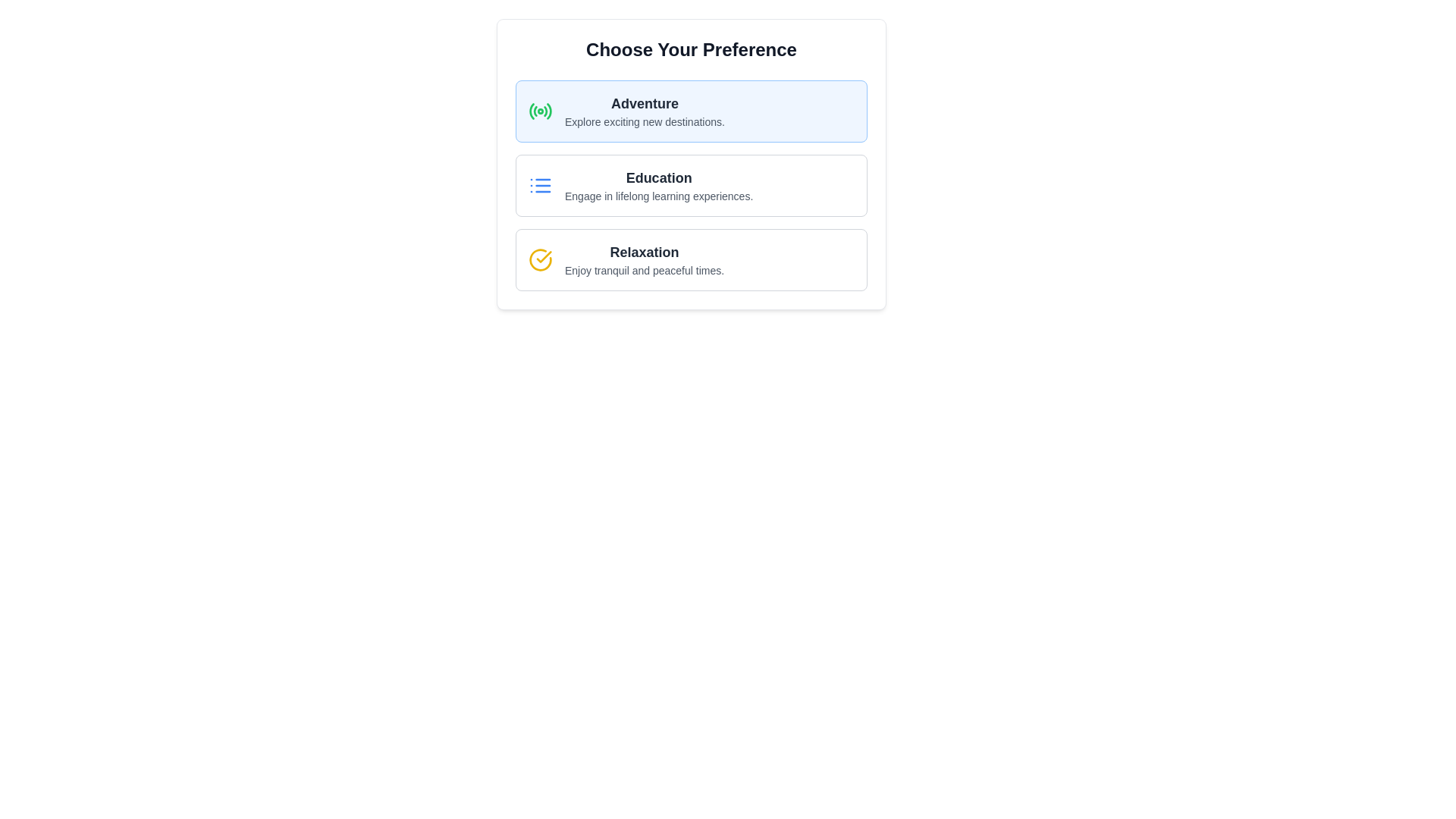 The image size is (1456, 819). What do you see at coordinates (691, 259) in the screenshot?
I see `the 'Relaxation' option card, which is the third card in a vertical list of options` at bounding box center [691, 259].